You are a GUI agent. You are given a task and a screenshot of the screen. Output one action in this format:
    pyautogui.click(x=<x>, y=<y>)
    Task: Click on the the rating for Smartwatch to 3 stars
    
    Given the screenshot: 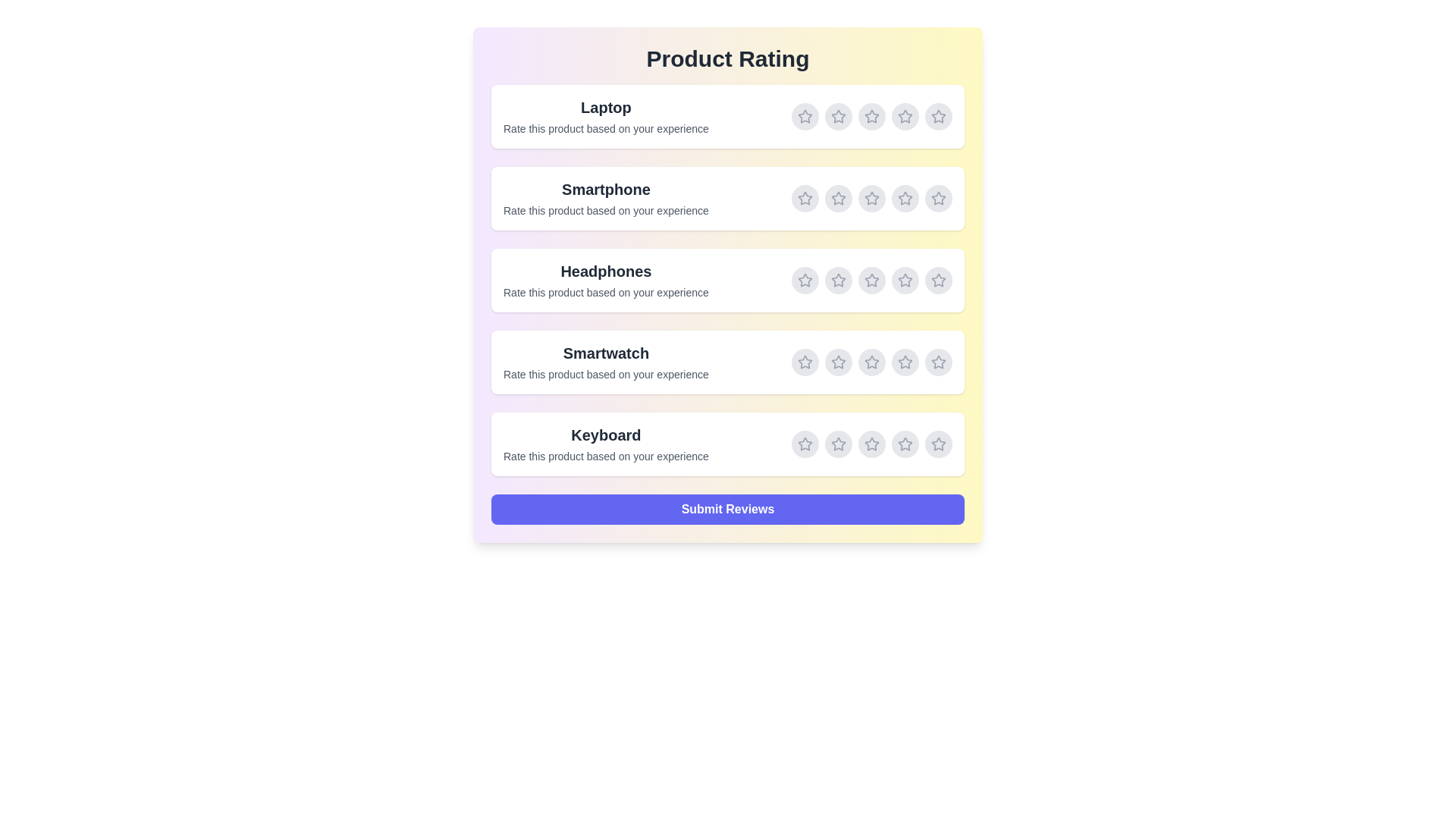 What is the action you would take?
    pyautogui.click(x=872, y=362)
    